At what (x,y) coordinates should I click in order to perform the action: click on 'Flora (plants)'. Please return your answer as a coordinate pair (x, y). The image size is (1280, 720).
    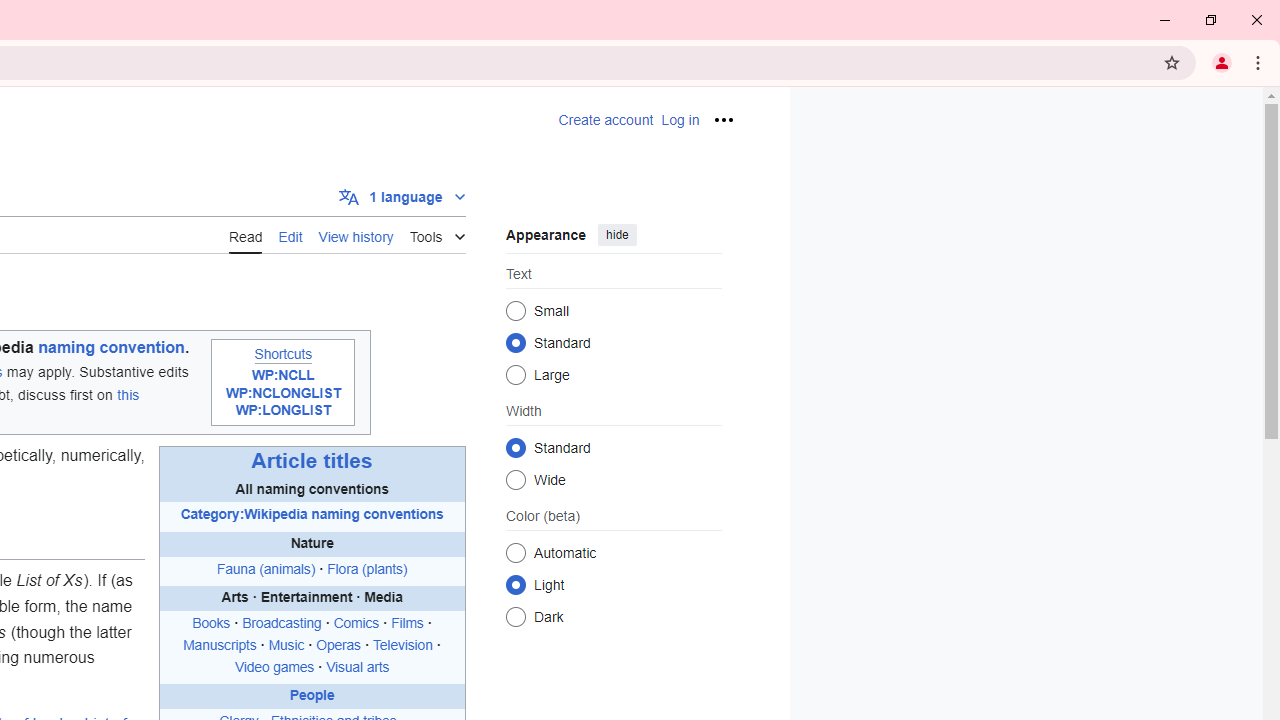
    Looking at the image, I should click on (367, 568).